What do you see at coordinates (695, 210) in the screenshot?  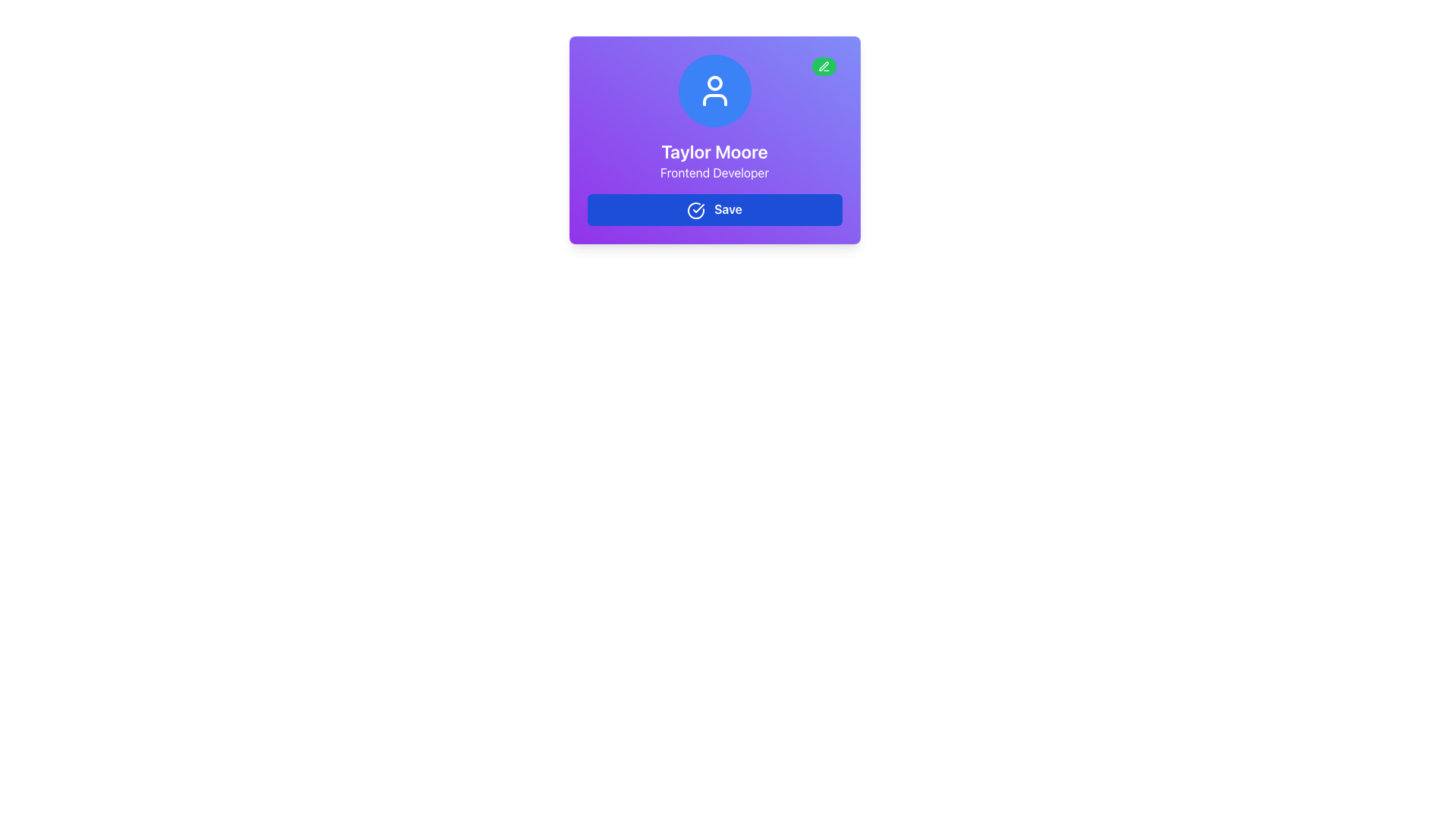 I see `the circular icon with a checkmark inside located within the 'Save' button on the card displaying 'Taylor Moore' and 'Frontend Developer.'` at bounding box center [695, 210].